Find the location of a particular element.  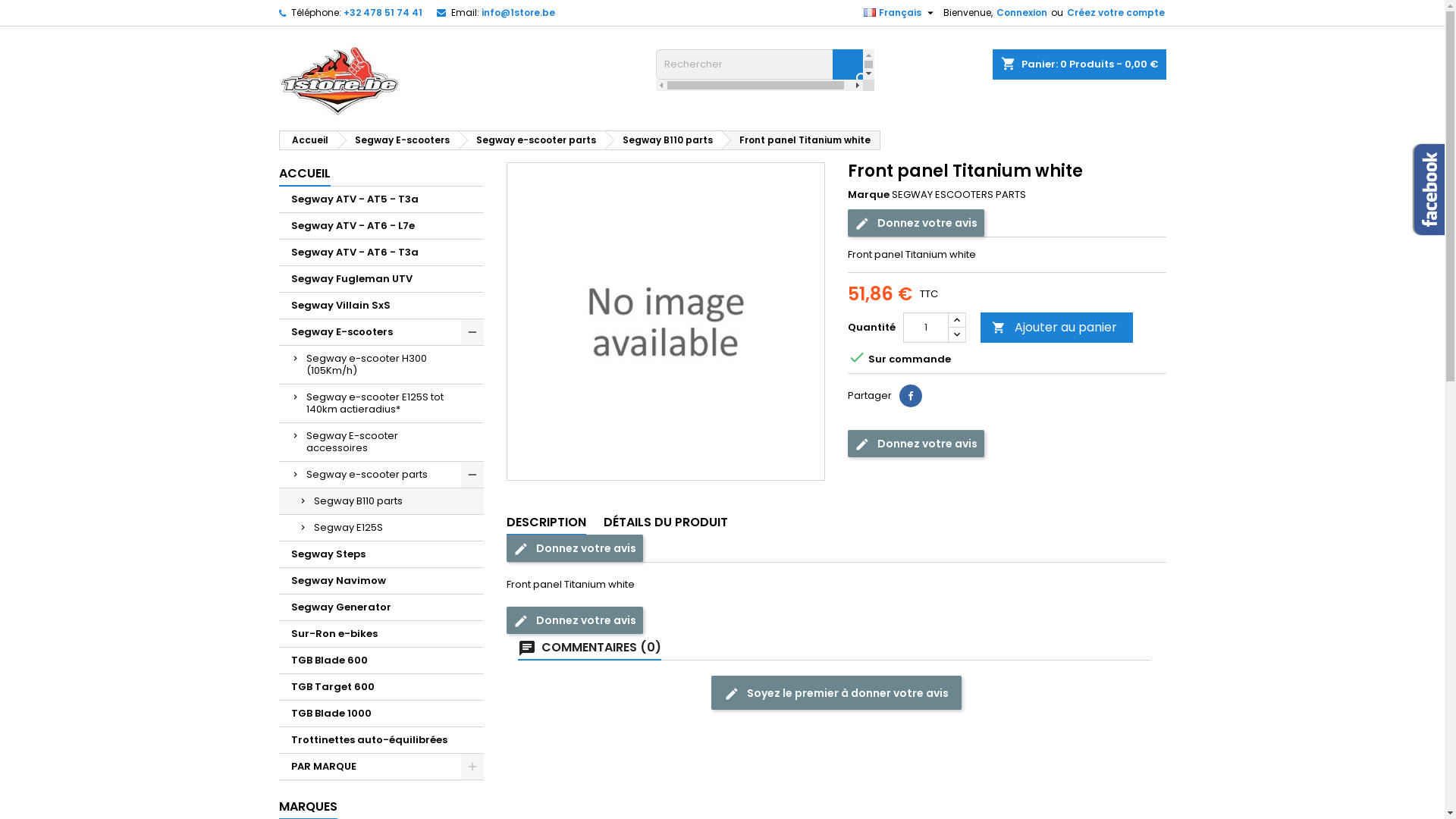

'Segway Fugleman UTV' is located at coordinates (279, 279).